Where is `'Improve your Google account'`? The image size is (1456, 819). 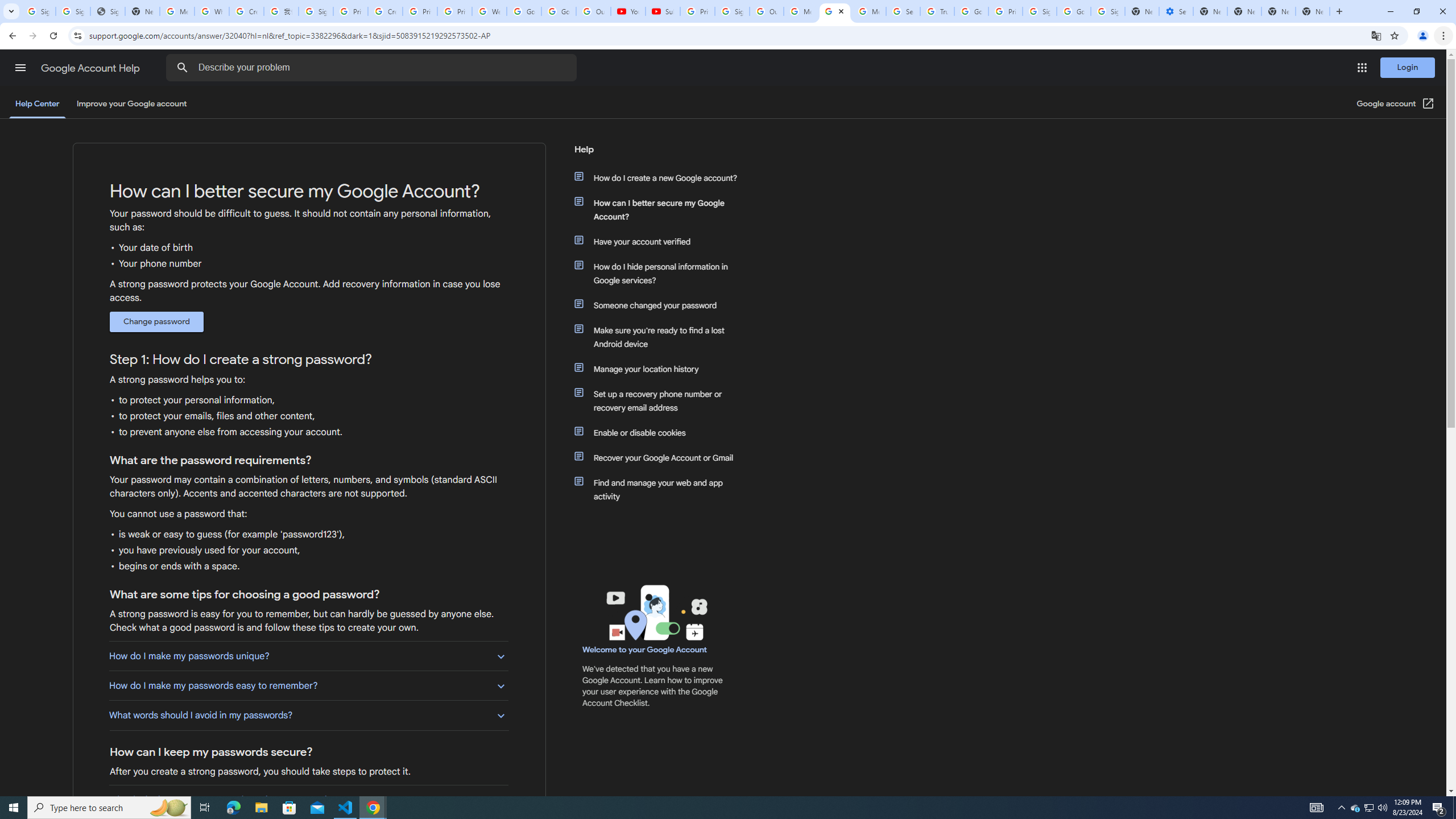
'Improve your Google account' is located at coordinates (131, 103).